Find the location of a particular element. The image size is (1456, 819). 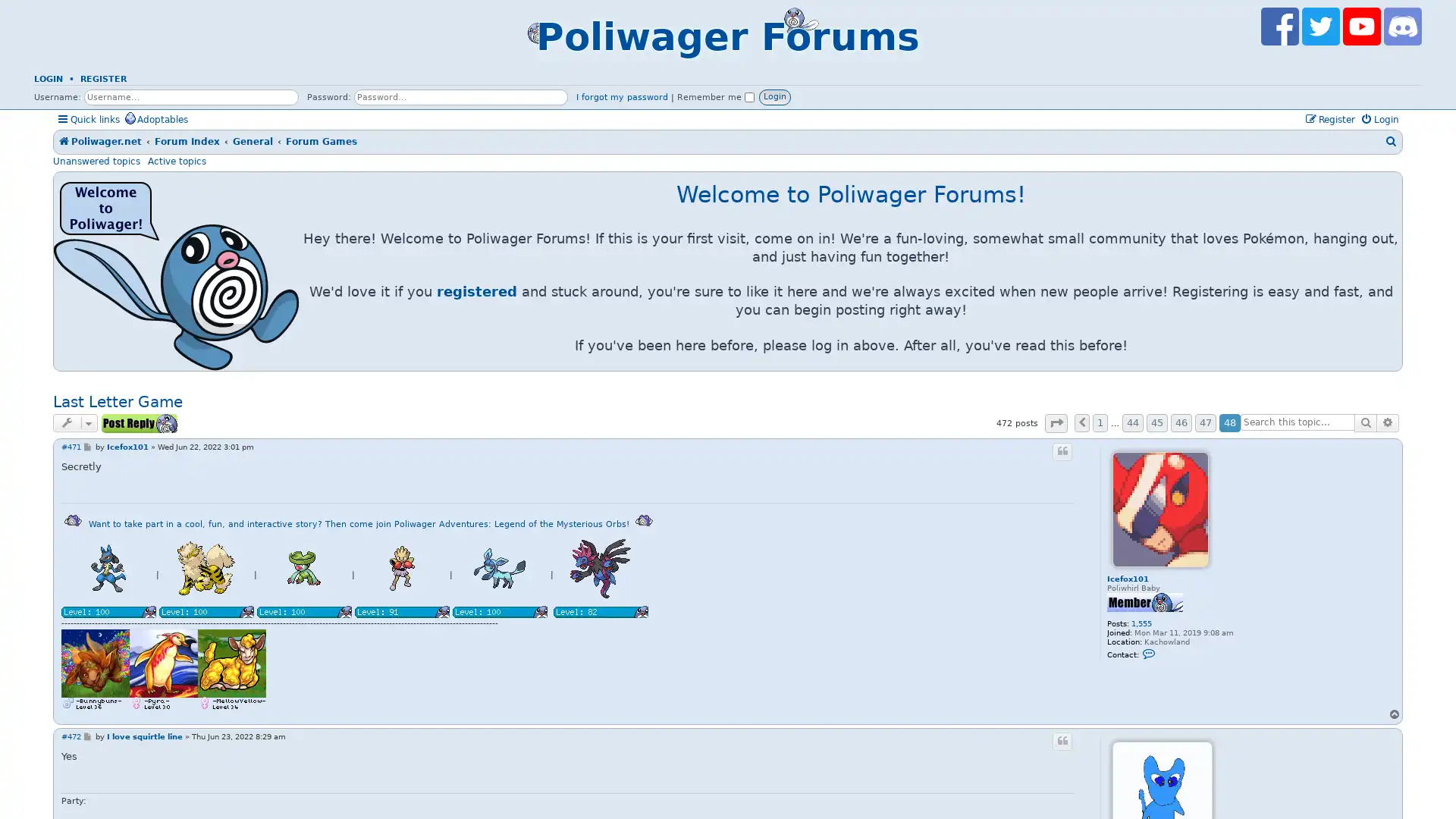

45 is located at coordinates (1156, 423).